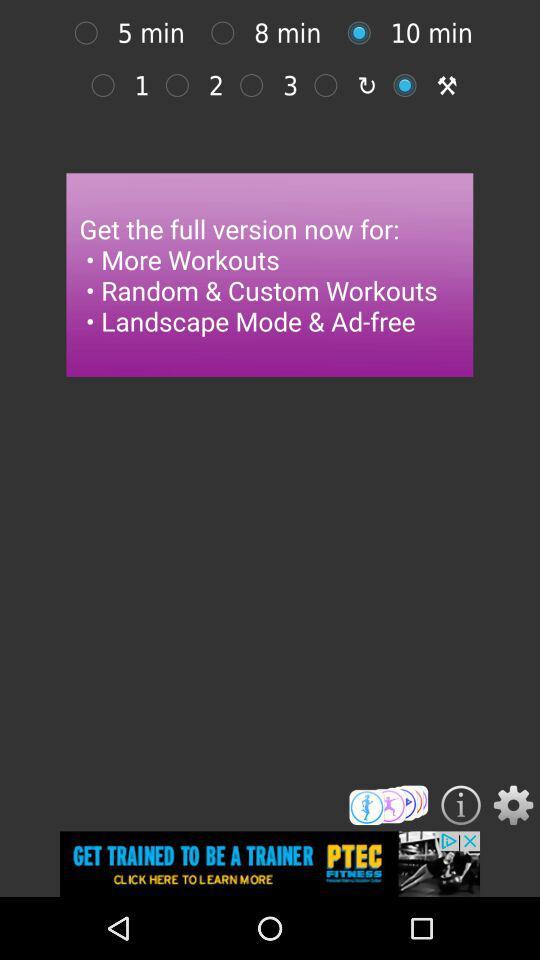 This screenshot has width=540, height=960. I want to click on 3, so click(256, 85).